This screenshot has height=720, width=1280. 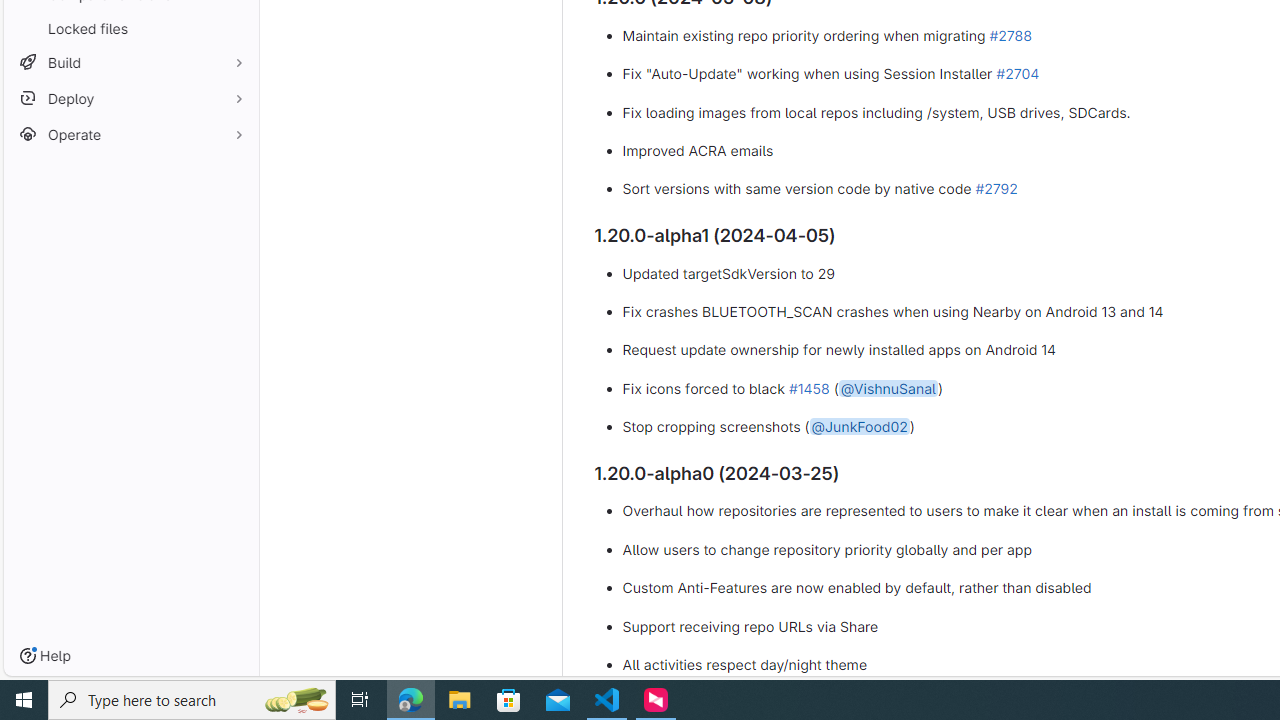 I want to click on '@VishnuSanal', so click(x=887, y=387).